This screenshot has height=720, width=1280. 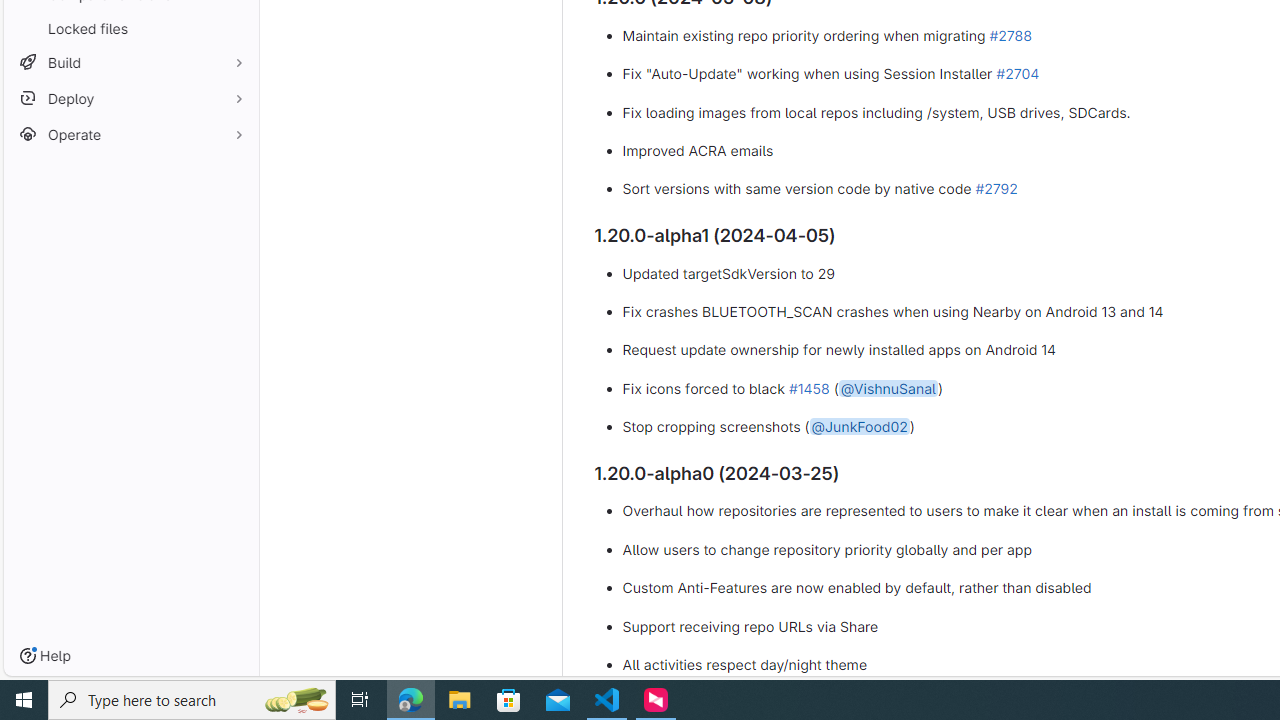 I want to click on '@VishnuSanal', so click(x=887, y=387).